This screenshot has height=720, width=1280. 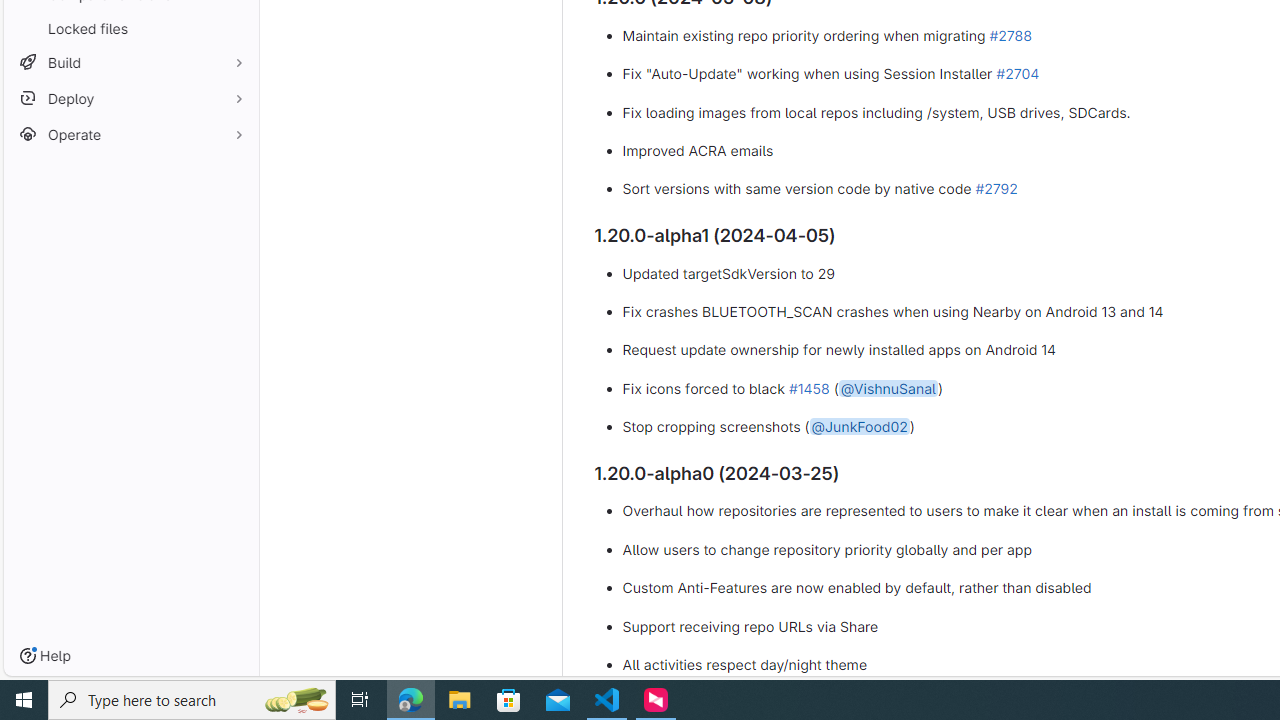 I want to click on '@VishnuSanal', so click(x=887, y=387).